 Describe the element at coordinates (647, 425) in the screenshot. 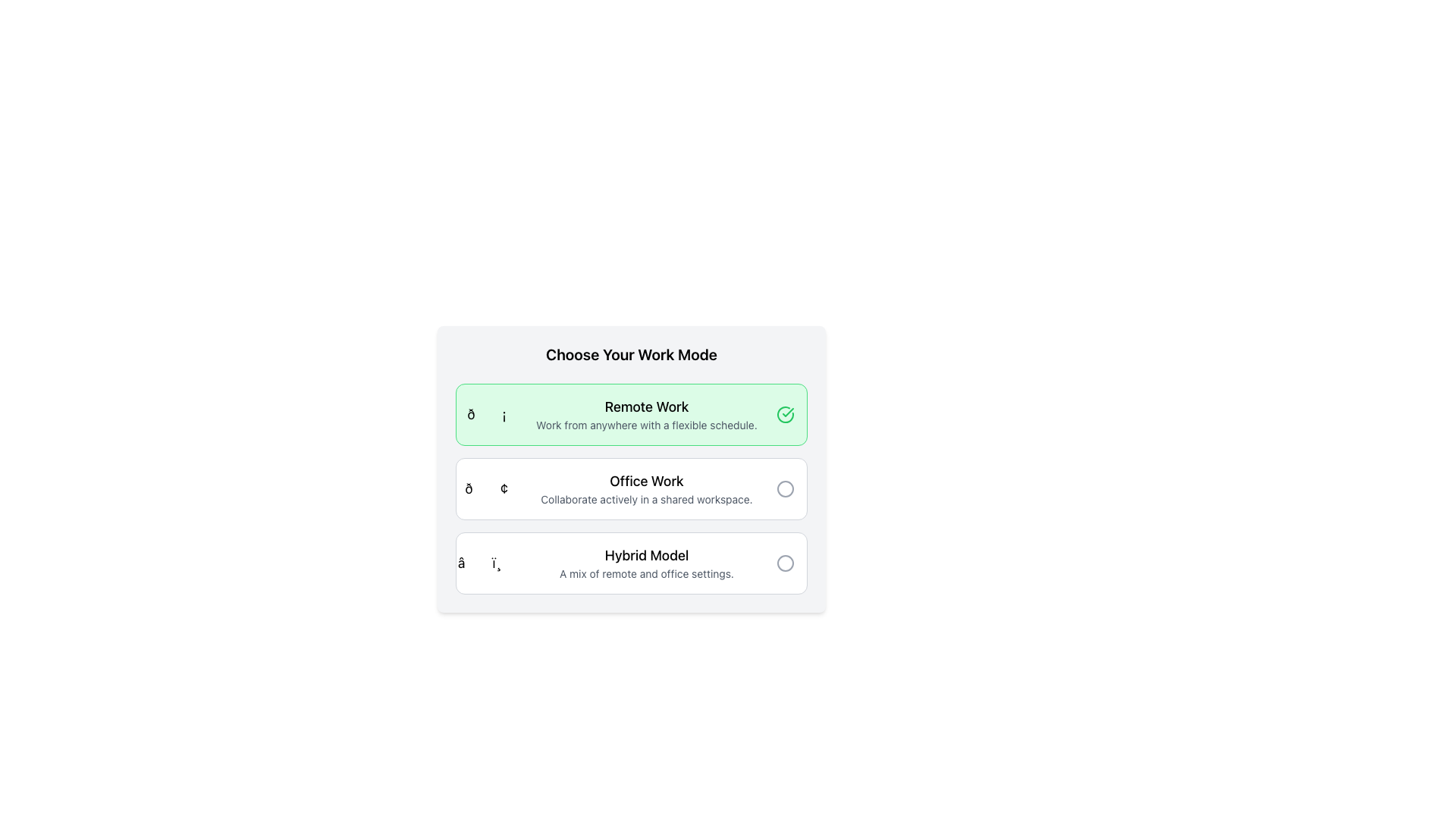

I see `text label providing details about the 'Remote Work' option located below the header in the green-highlighted section of the 'Choose Your Work Mode' interface` at that location.